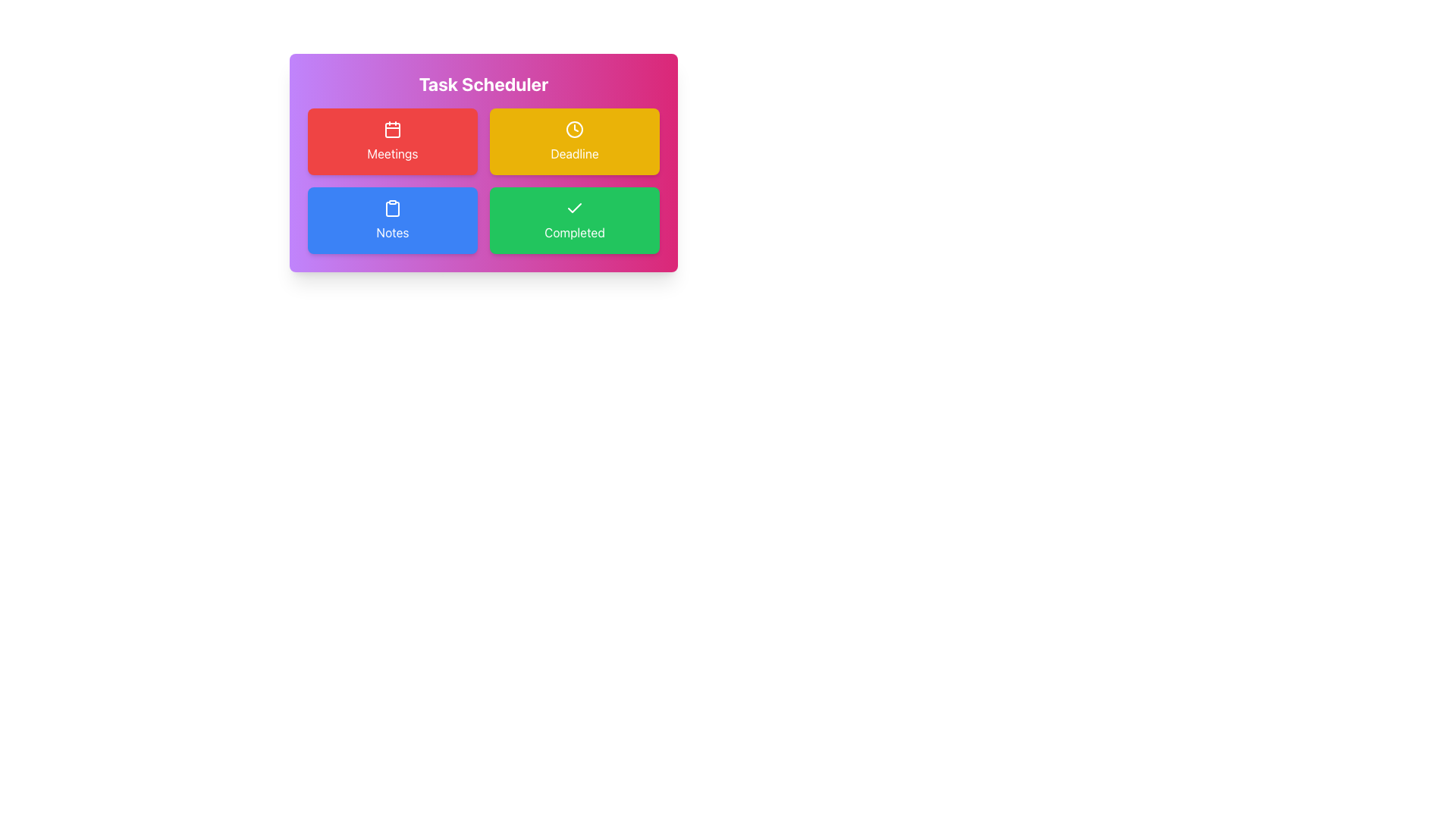 Image resolution: width=1456 pixels, height=819 pixels. Describe the element at coordinates (393, 141) in the screenshot. I see `the 'Meetings' button, which is a red rectangular button with white text and a calendar icon` at that location.